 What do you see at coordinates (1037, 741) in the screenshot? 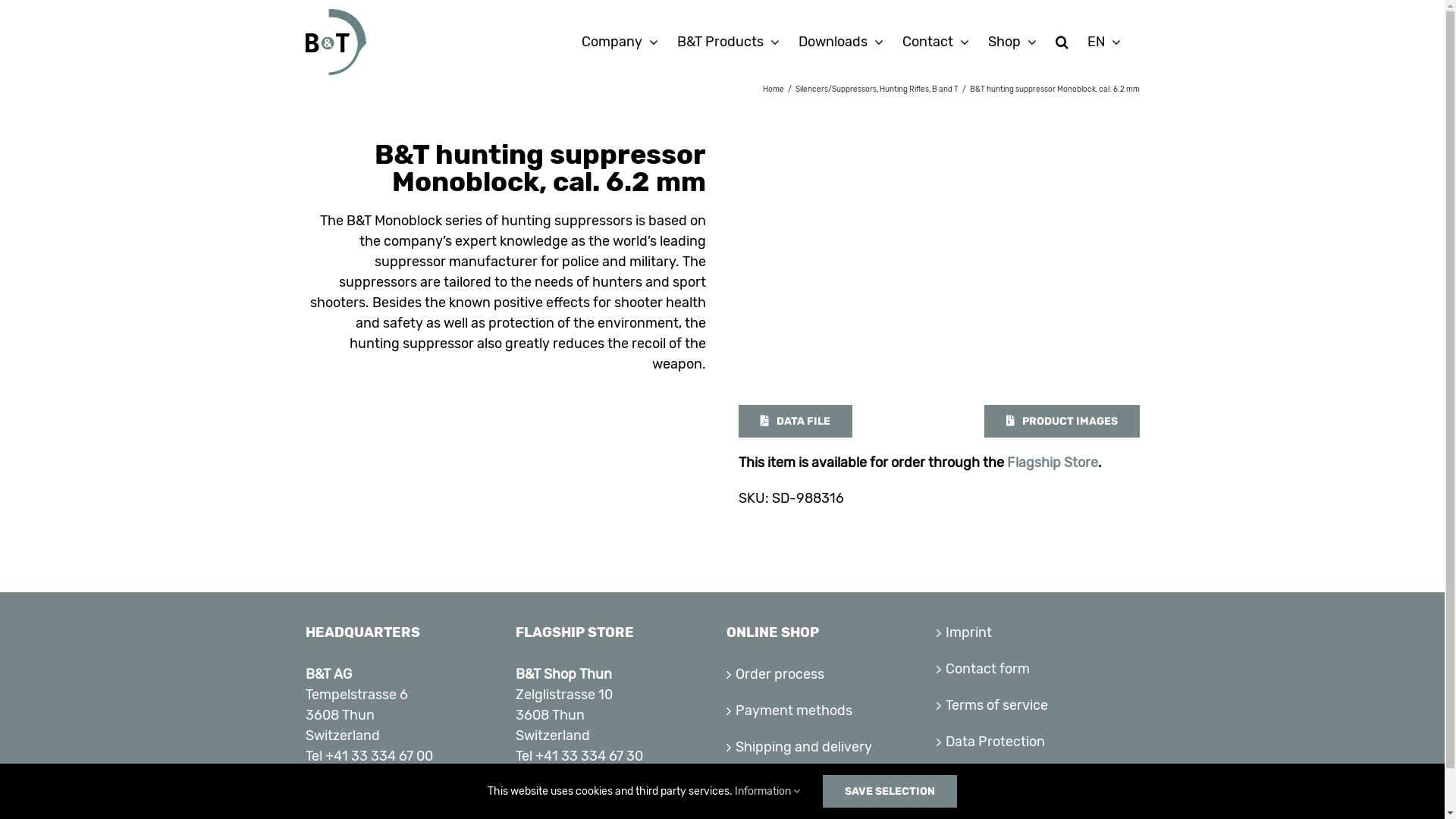
I see `'Data Protection'` at bounding box center [1037, 741].